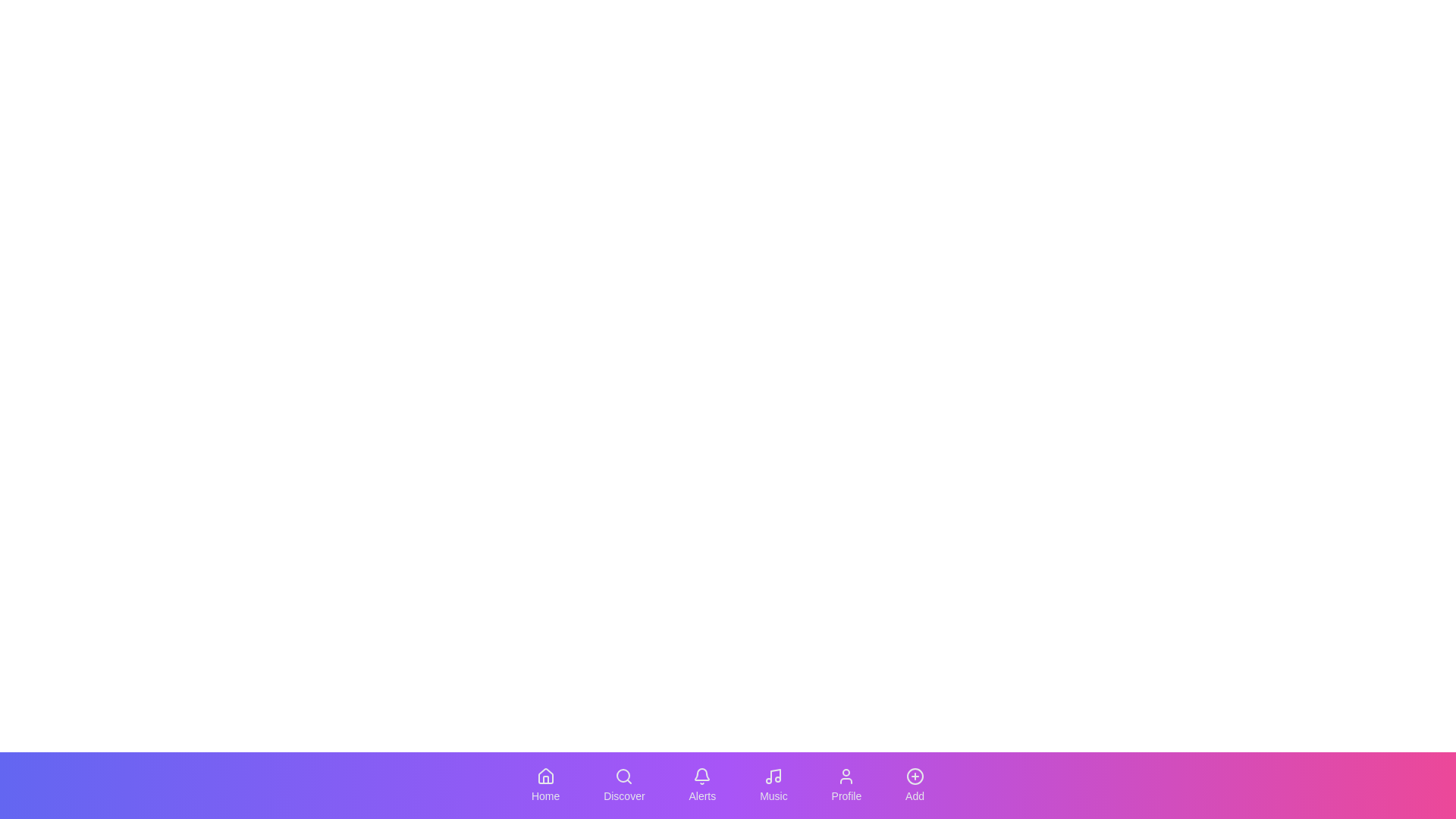  What do you see at coordinates (773, 785) in the screenshot?
I see `the navigation button corresponding to Music` at bounding box center [773, 785].